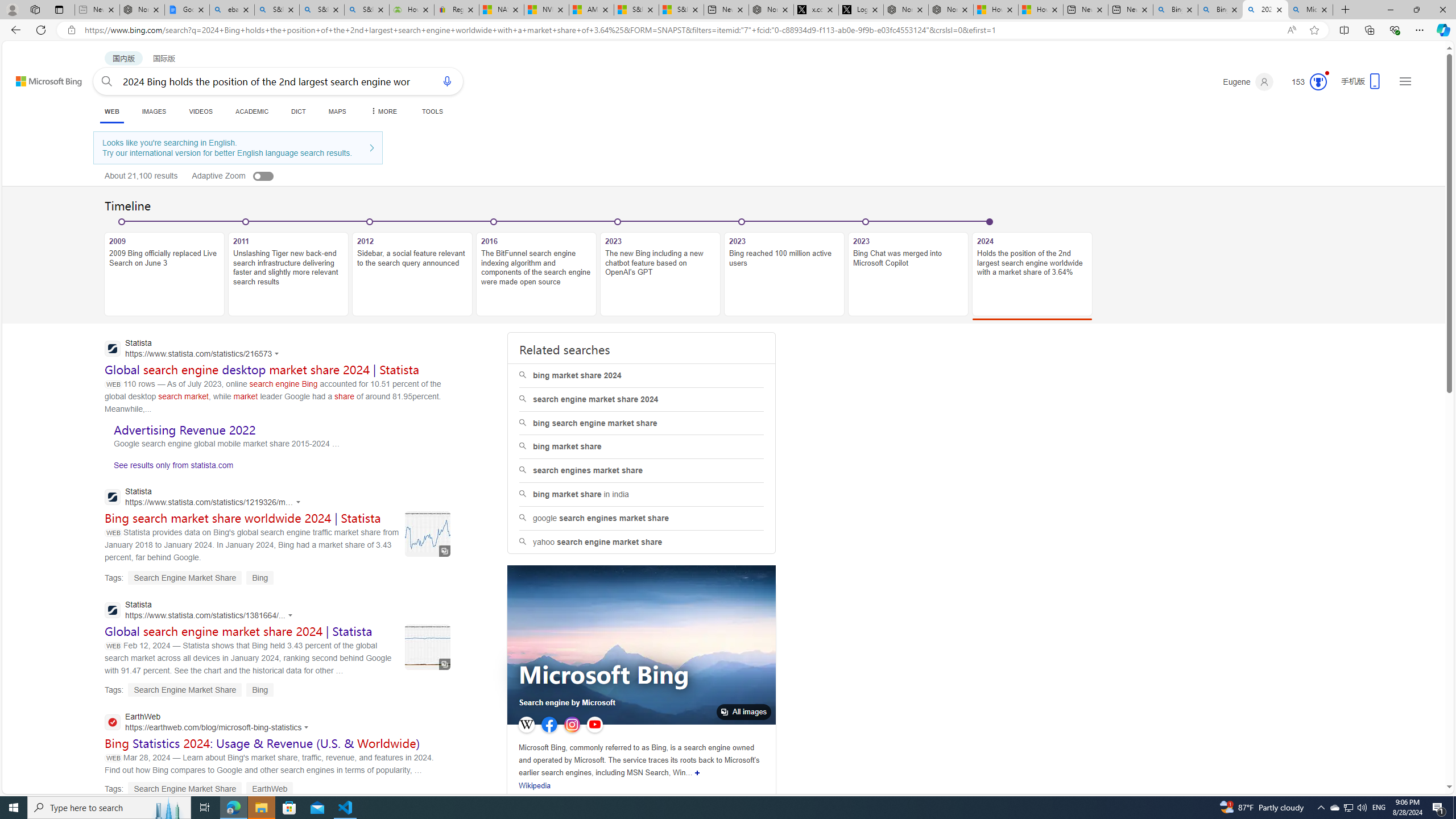  Describe the element at coordinates (861, 9) in the screenshot. I see `'Log in to X / X'` at that location.